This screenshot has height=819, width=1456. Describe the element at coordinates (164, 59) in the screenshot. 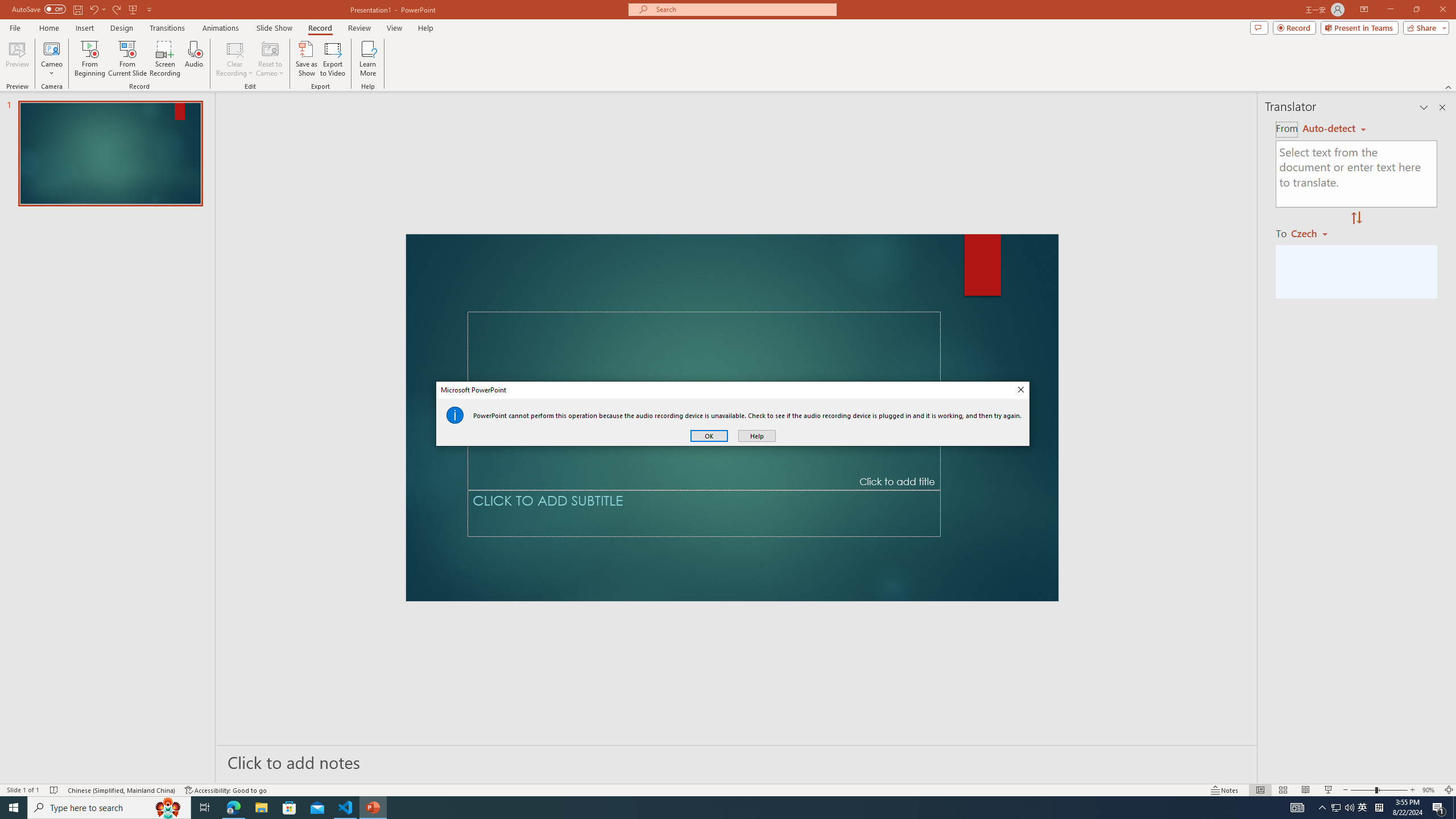

I see `'Screen Recording'` at that location.